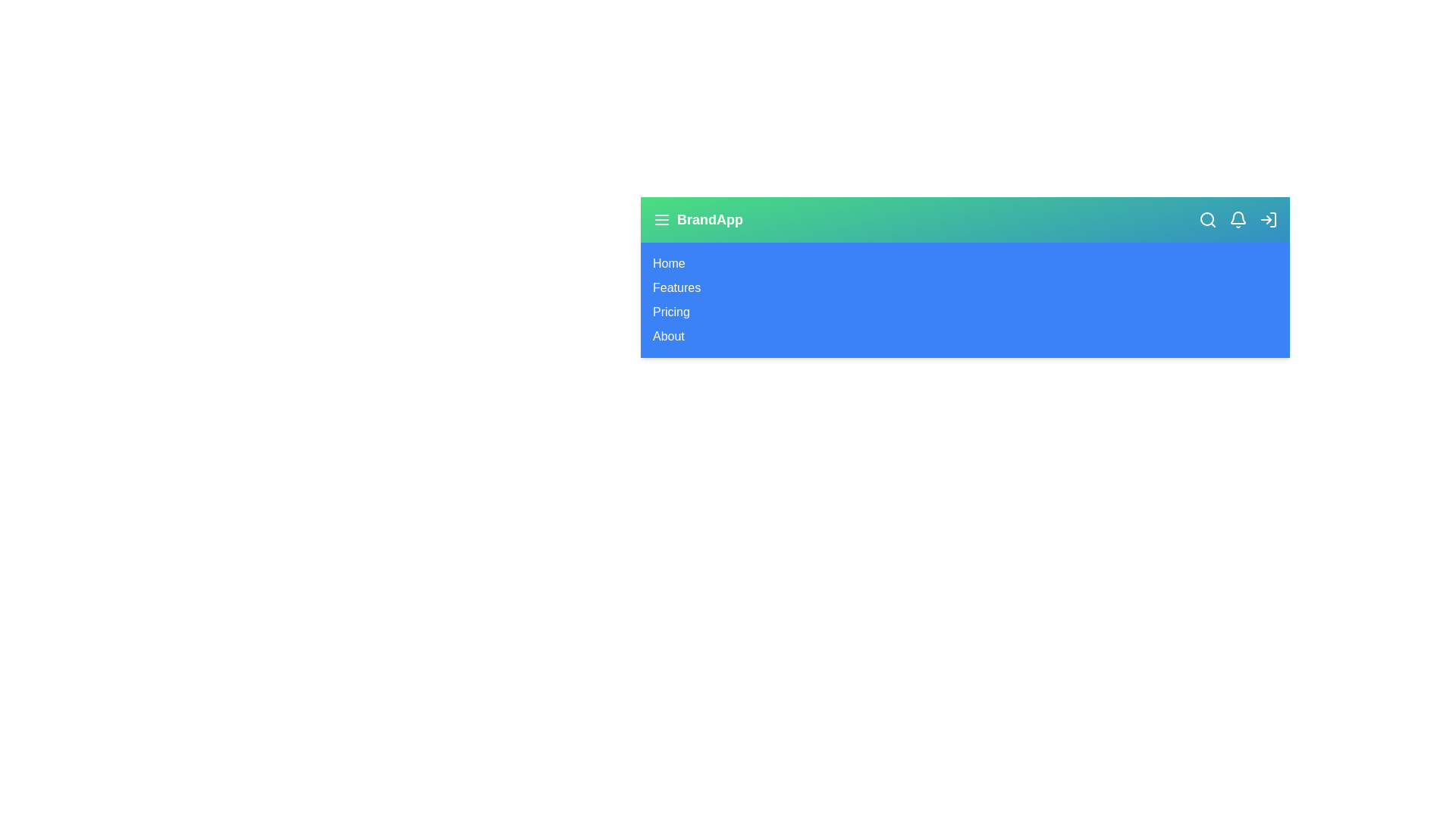 This screenshot has height=819, width=1456. What do you see at coordinates (1207, 219) in the screenshot?
I see `the search icon to open the search input` at bounding box center [1207, 219].